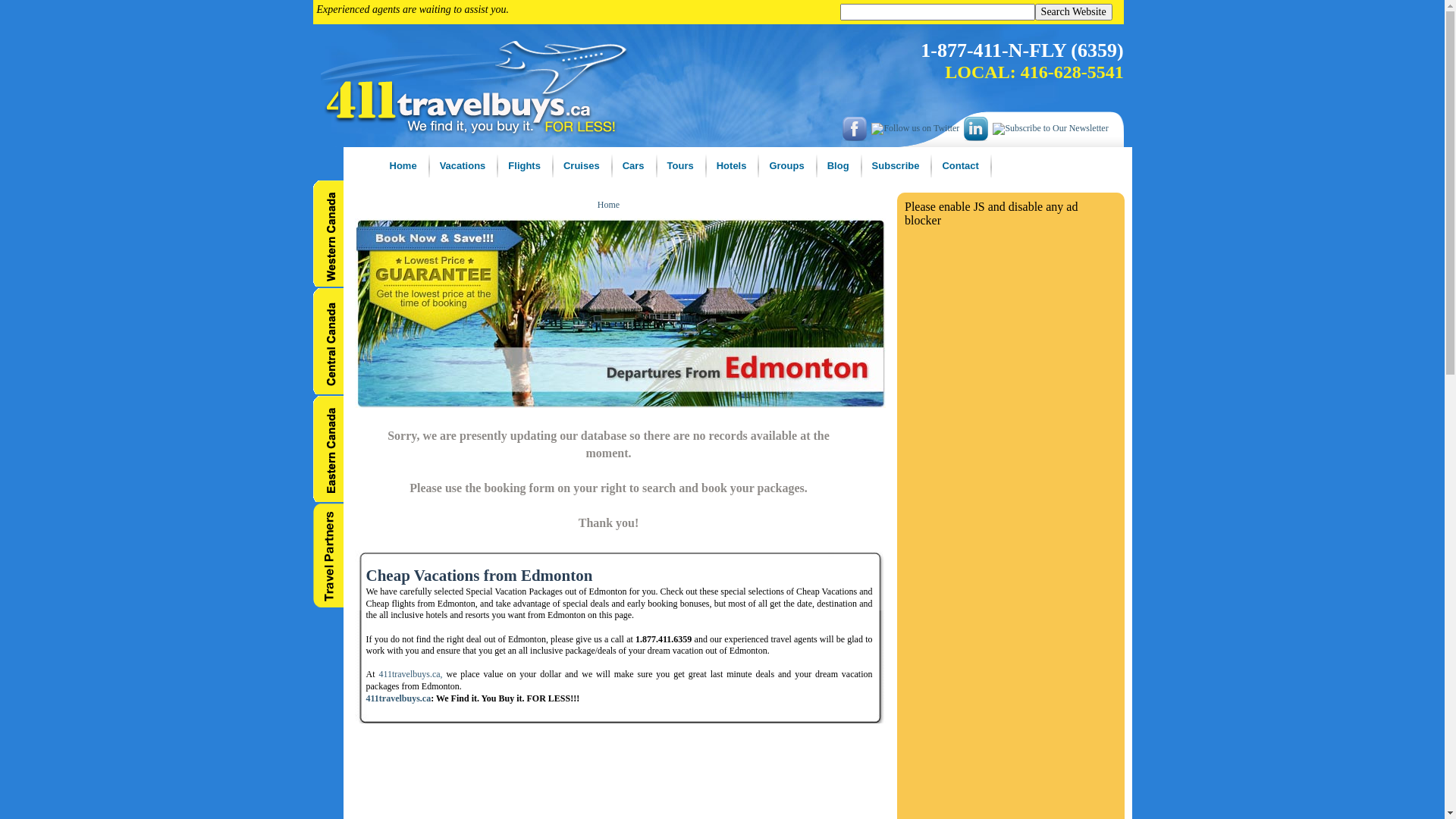  What do you see at coordinates (608, 205) in the screenshot?
I see `'Home'` at bounding box center [608, 205].